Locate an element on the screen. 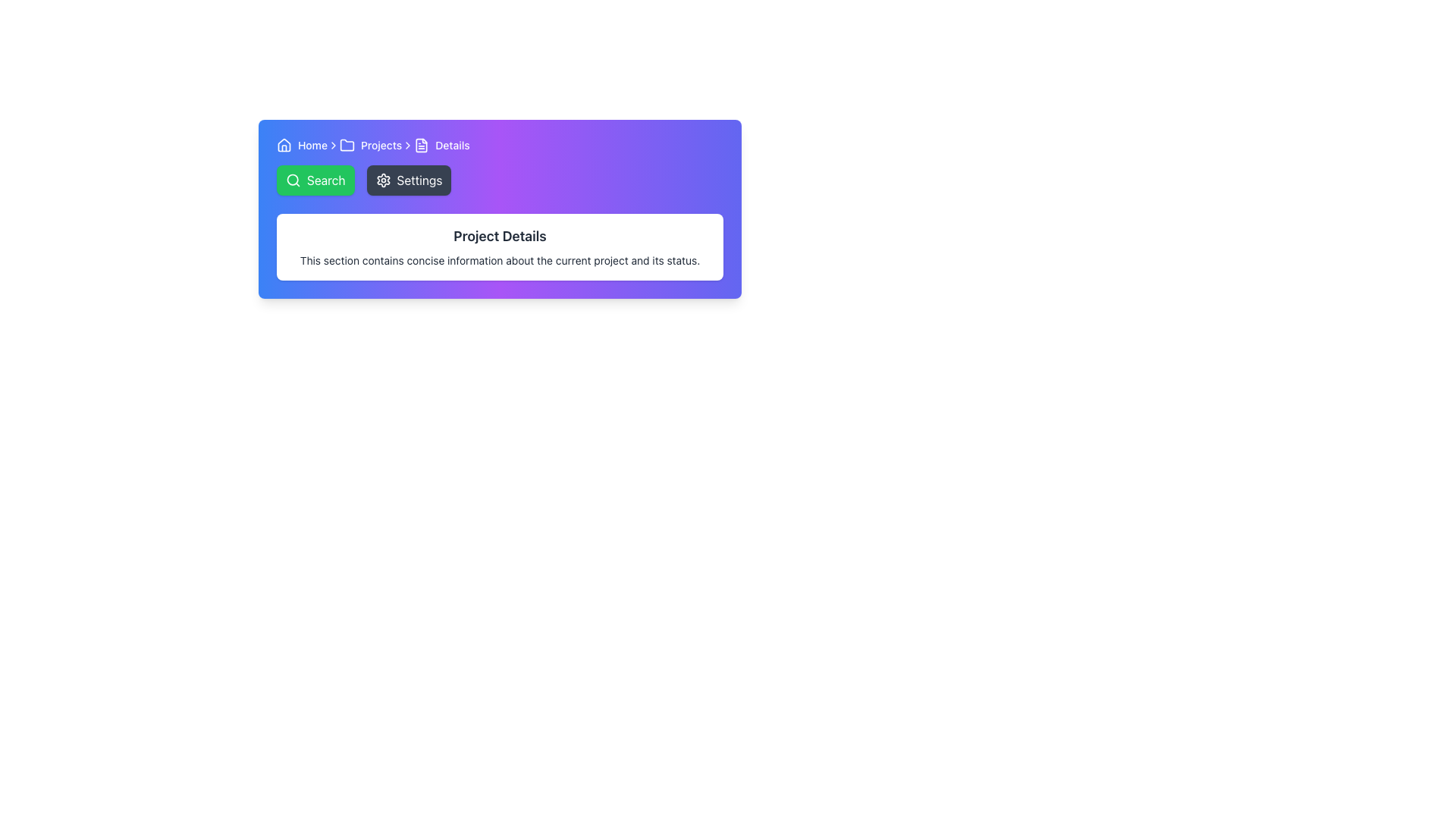 The width and height of the screenshot is (1456, 819). the 'Details' breadcrumb navigation item, which is a text label with a document icon and a purple background, positioned to the right of the 'Projects' label is located at coordinates (441, 146).